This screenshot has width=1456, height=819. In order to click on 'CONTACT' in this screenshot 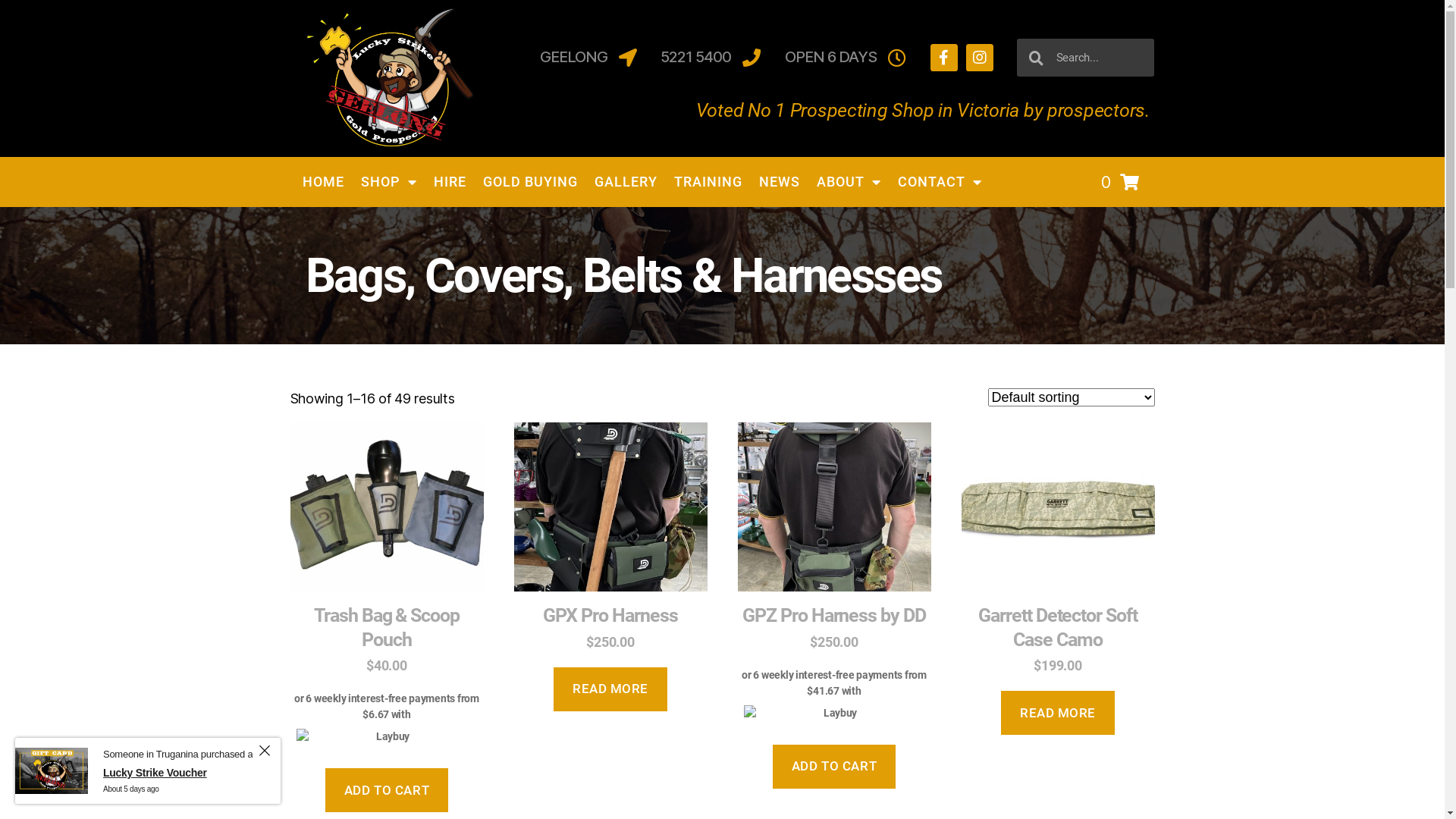, I will do `click(888, 180)`.